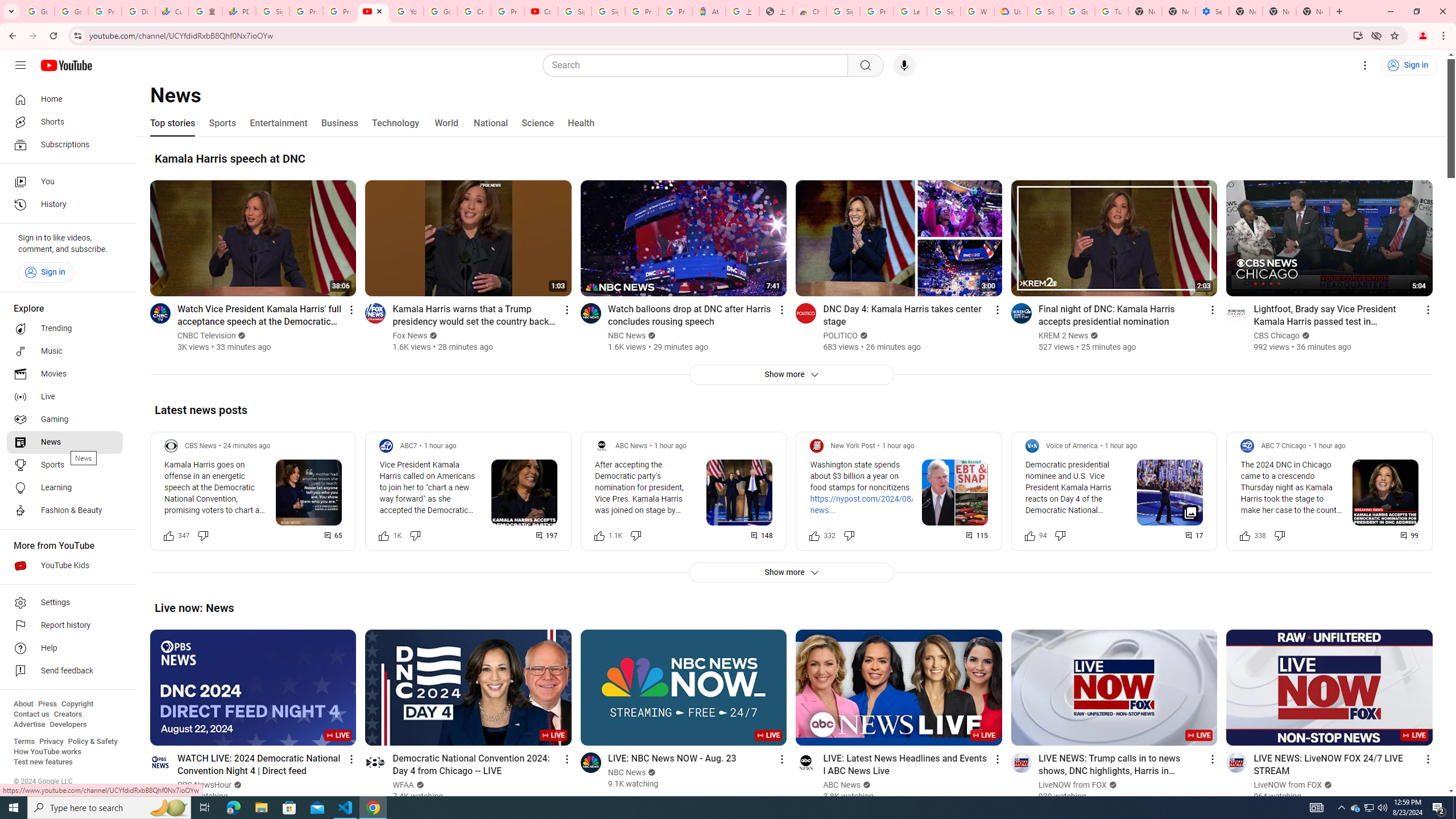  What do you see at coordinates (1212, 11) in the screenshot?
I see `'Settings - Addresses and more'` at bounding box center [1212, 11].